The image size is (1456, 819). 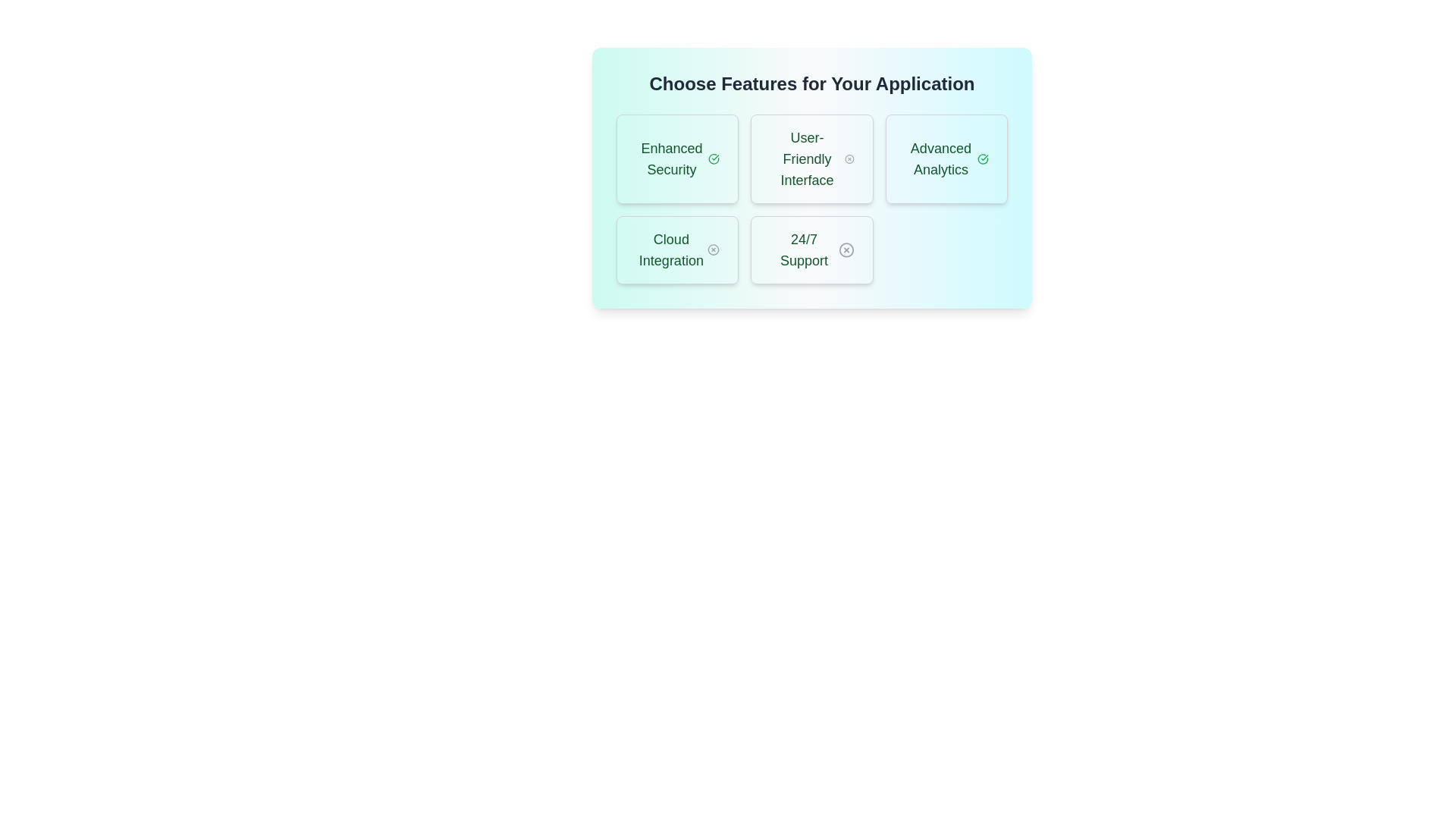 I want to click on the feature 24/7 Support to trigger additional visual feedback, so click(x=811, y=249).